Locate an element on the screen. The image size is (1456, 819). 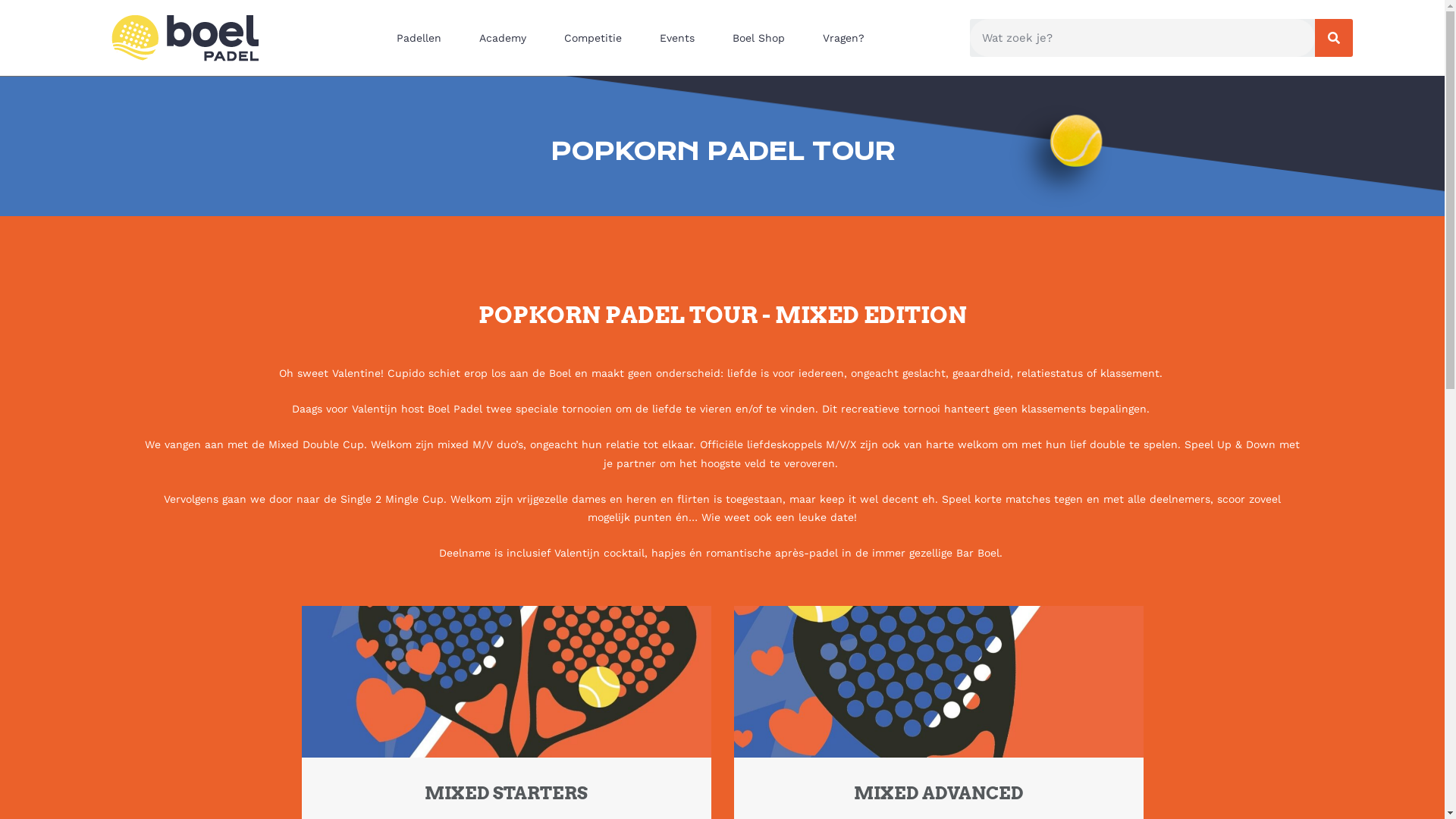
'Boel Shop' is located at coordinates (762, 37).